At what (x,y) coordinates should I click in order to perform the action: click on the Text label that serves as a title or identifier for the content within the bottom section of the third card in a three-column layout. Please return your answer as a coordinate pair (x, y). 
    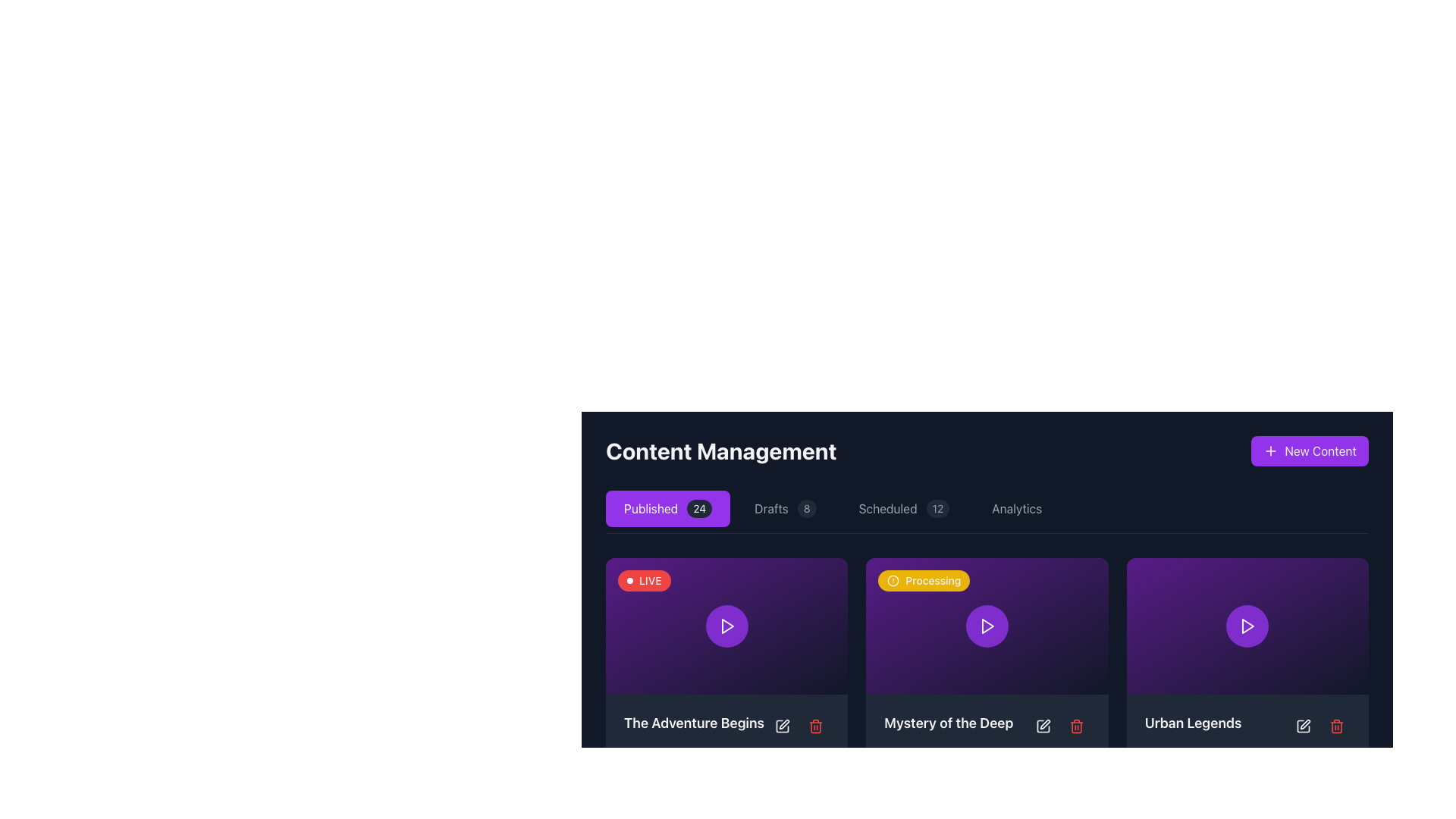
    Looking at the image, I should click on (1192, 722).